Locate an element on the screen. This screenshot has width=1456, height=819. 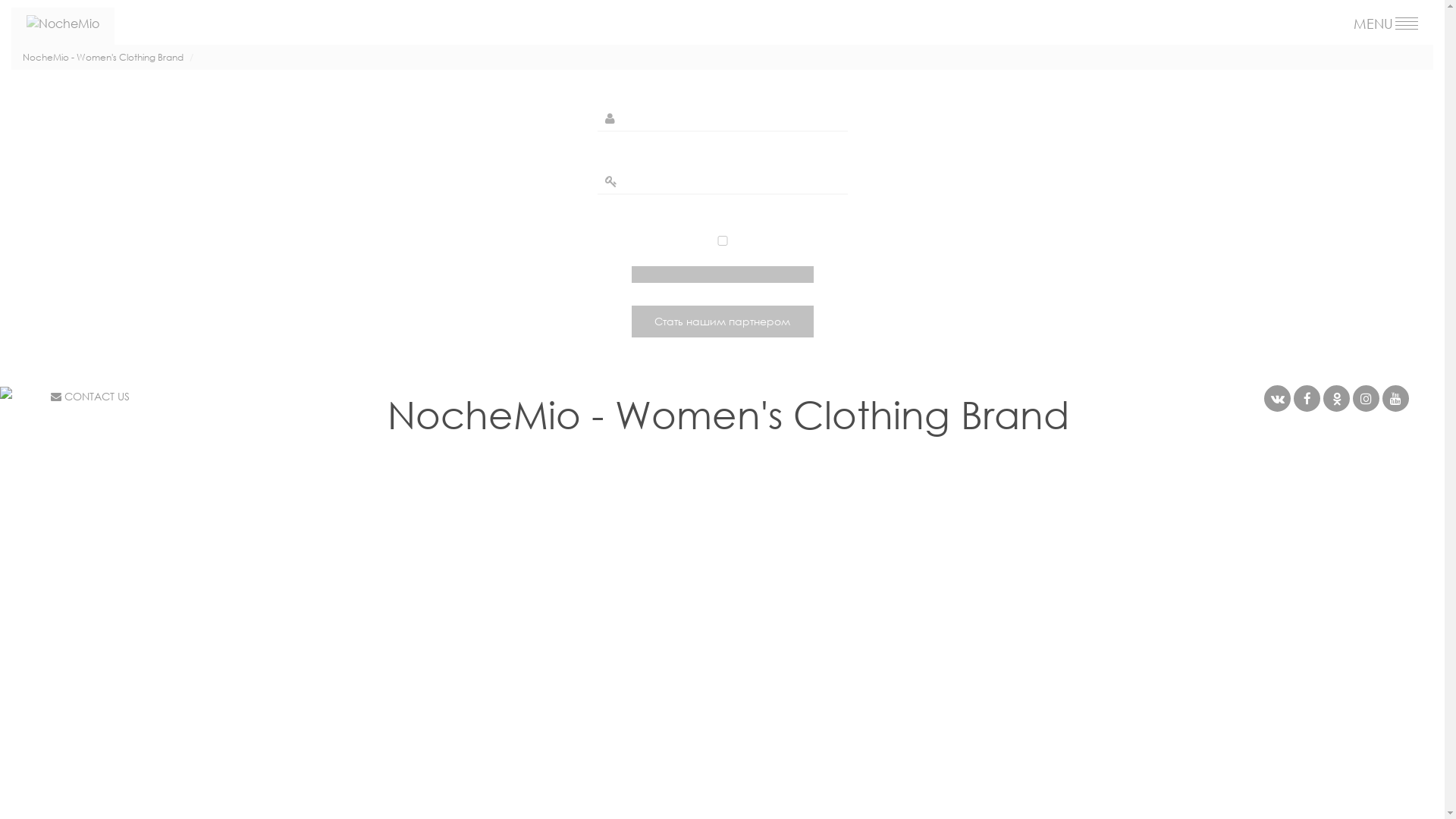
'Official account NocheMio in Instagram' is located at coordinates (1353, 397).